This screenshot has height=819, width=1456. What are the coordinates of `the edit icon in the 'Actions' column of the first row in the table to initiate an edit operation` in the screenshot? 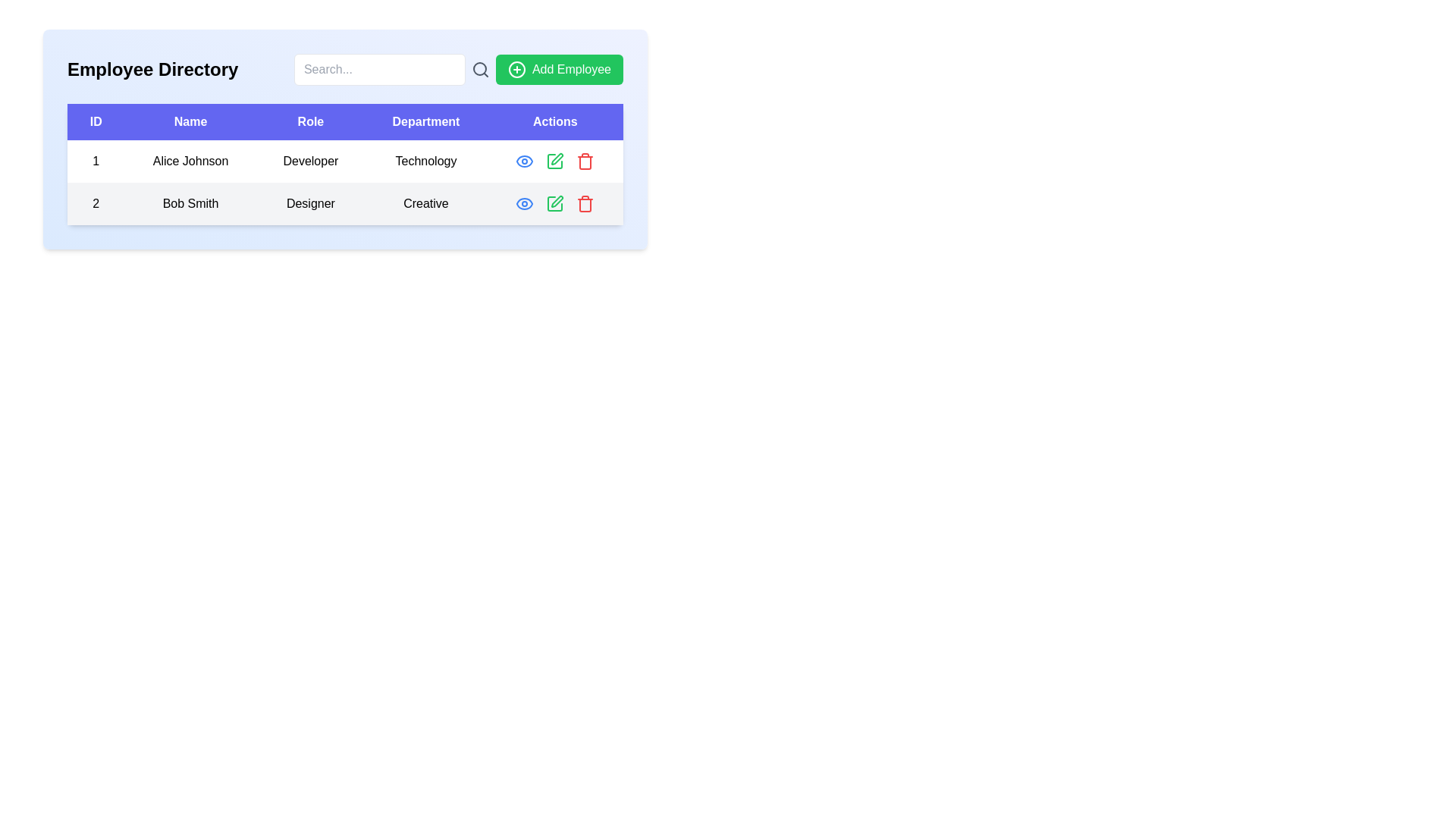 It's located at (554, 161).